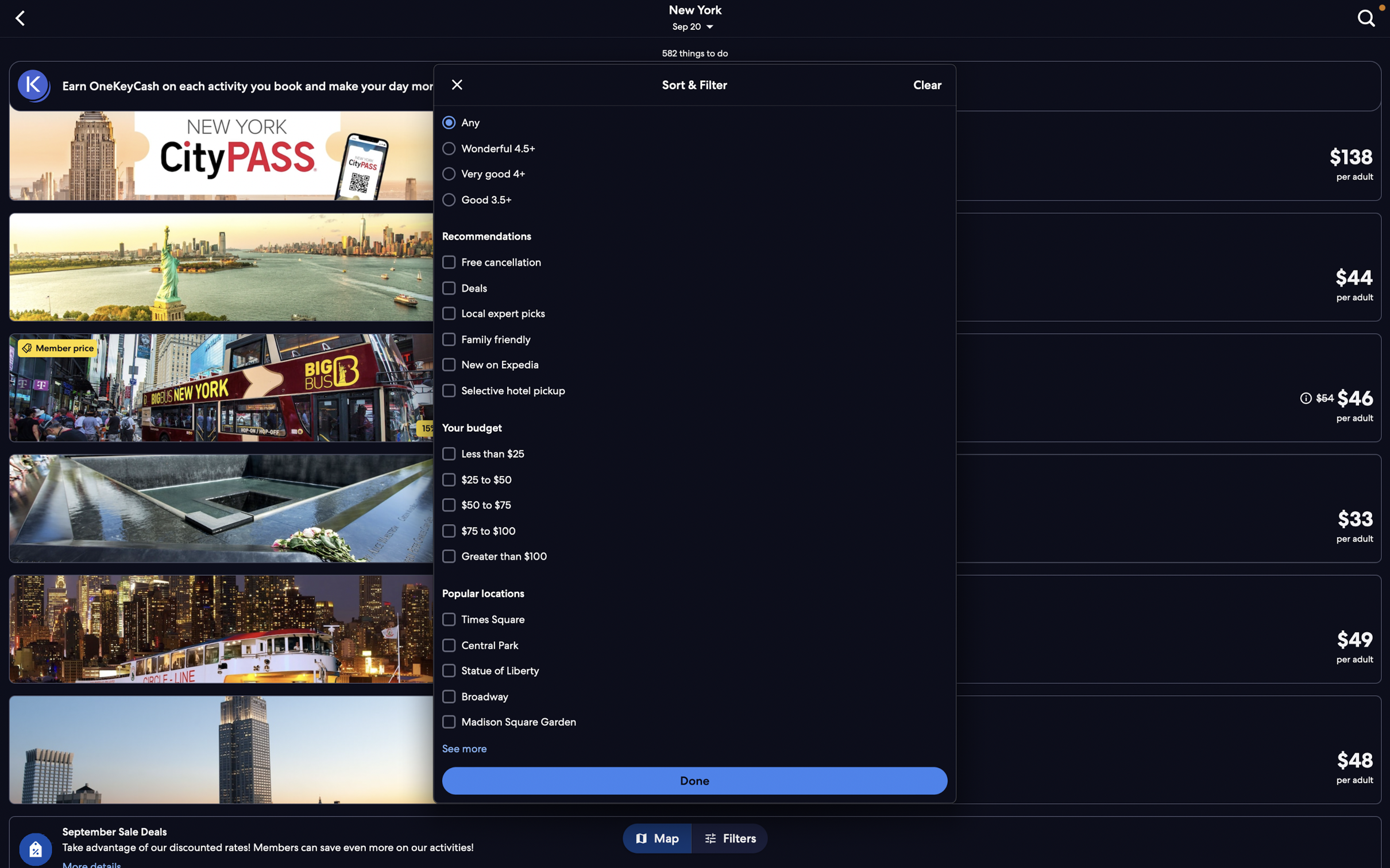 Image resolution: width=1390 pixels, height=868 pixels. What do you see at coordinates (696, 720) in the screenshot?
I see `areas in proximity to "Broadway"` at bounding box center [696, 720].